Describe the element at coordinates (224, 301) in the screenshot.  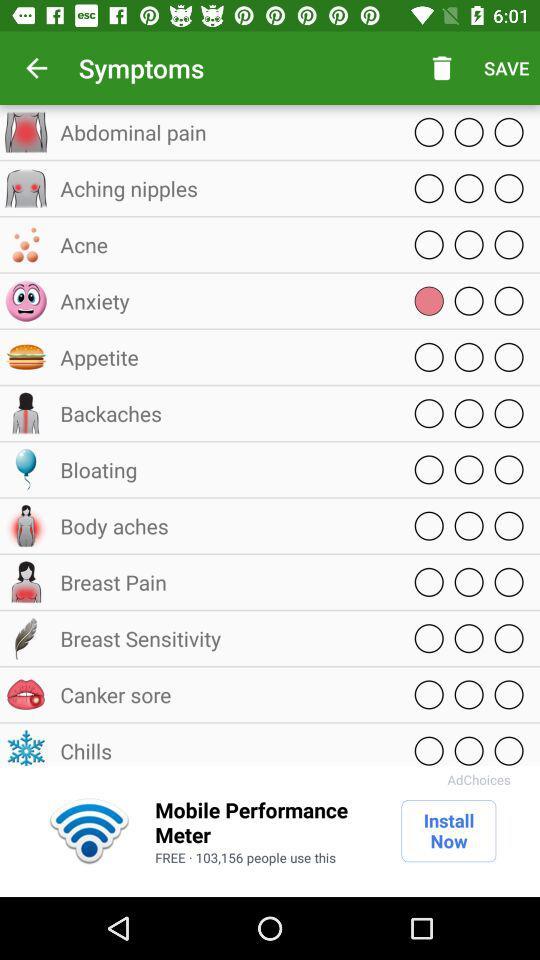
I see `the anxiety icon` at that location.